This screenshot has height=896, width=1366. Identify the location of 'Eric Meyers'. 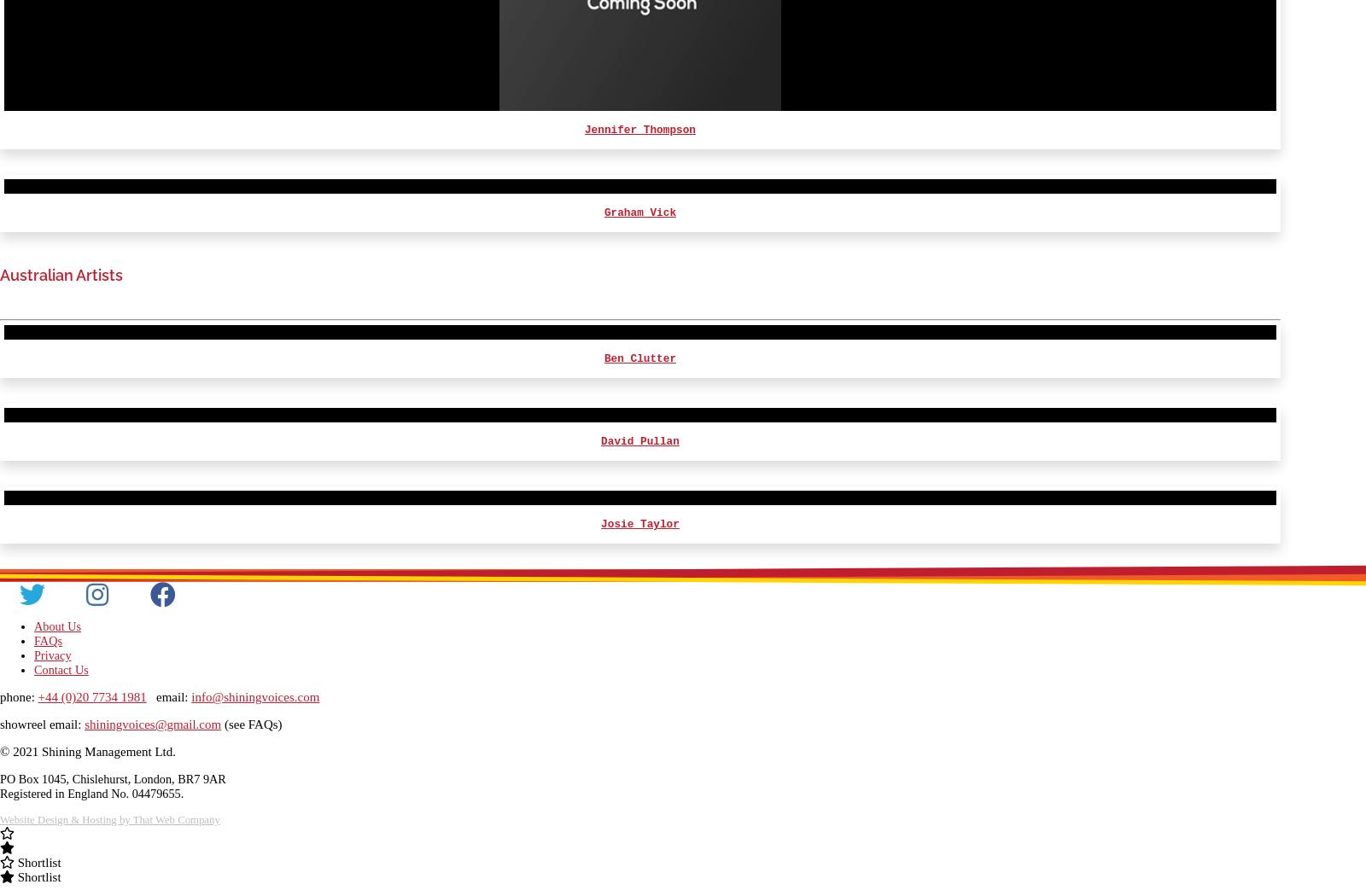
(639, 168).